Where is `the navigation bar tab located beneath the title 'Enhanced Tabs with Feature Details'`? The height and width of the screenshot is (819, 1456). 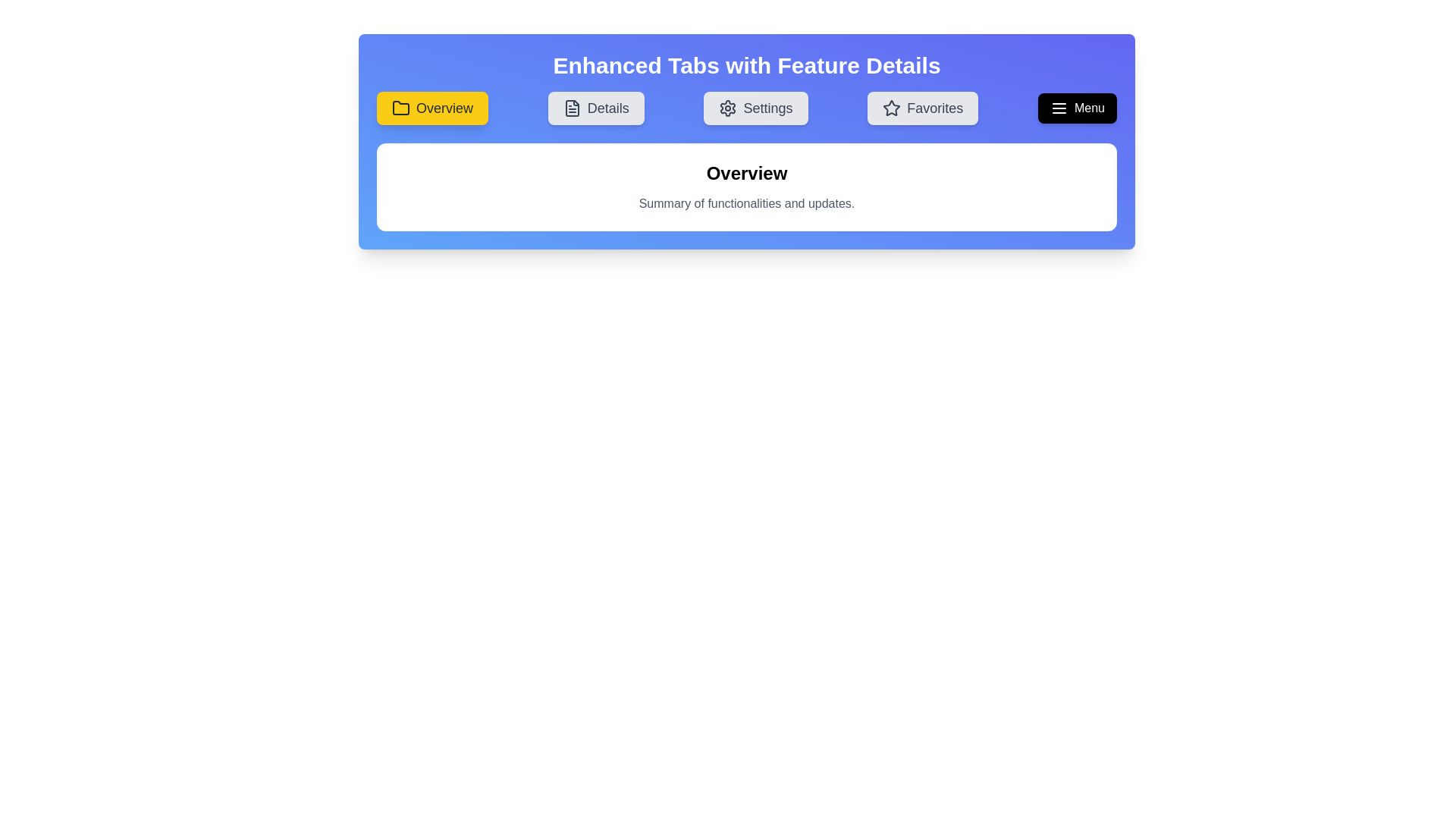 the navigation bar tab located beneath the title 'Enhanced Tabs with Feature Details' is located at coordinates (746, 107).